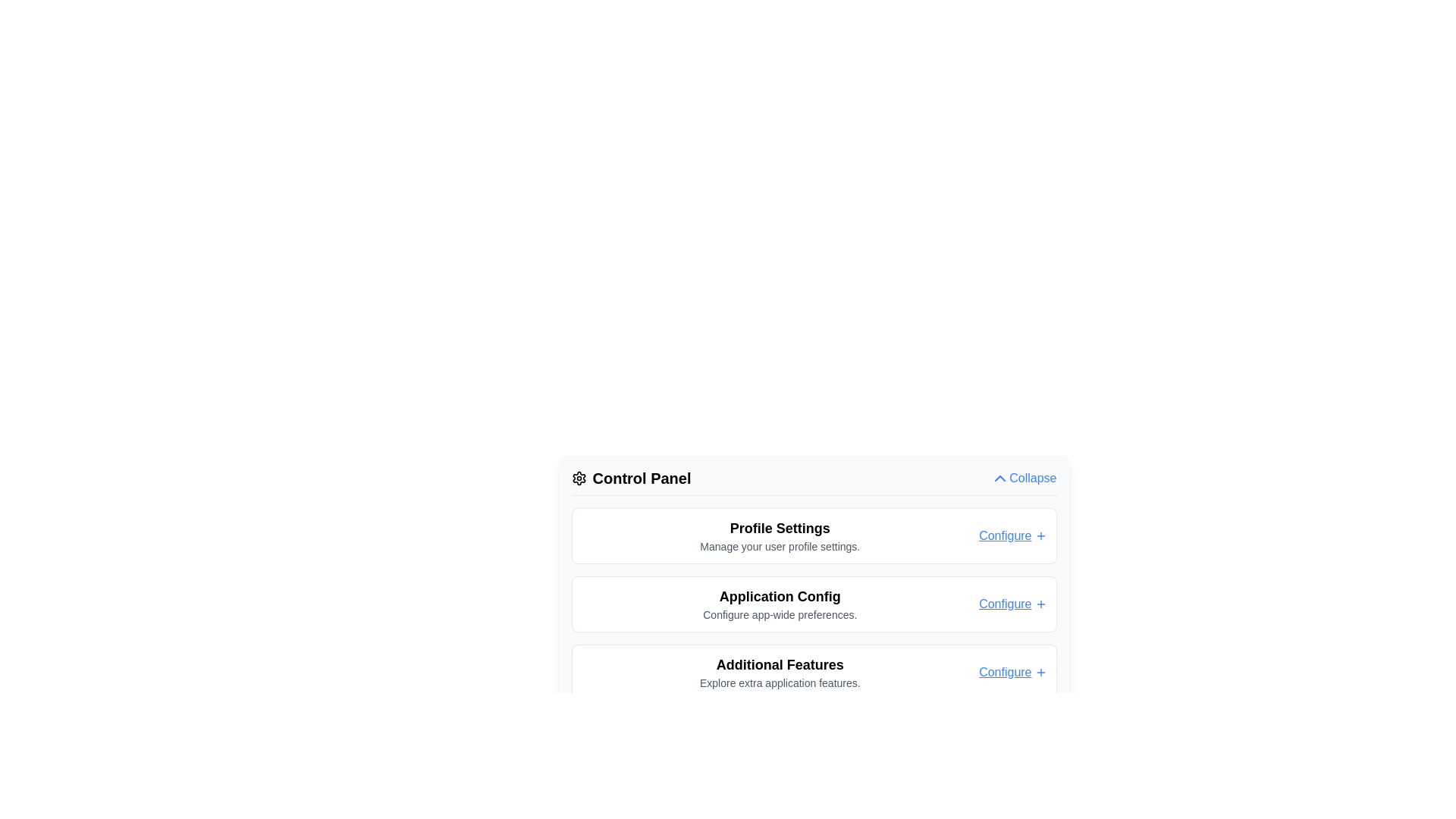  I want to click on title 'Additional Features' and the description 'Explore extra application features.' from the section box styled with rounded edges and a white background located in the Control Panel section, so click(813, 672).